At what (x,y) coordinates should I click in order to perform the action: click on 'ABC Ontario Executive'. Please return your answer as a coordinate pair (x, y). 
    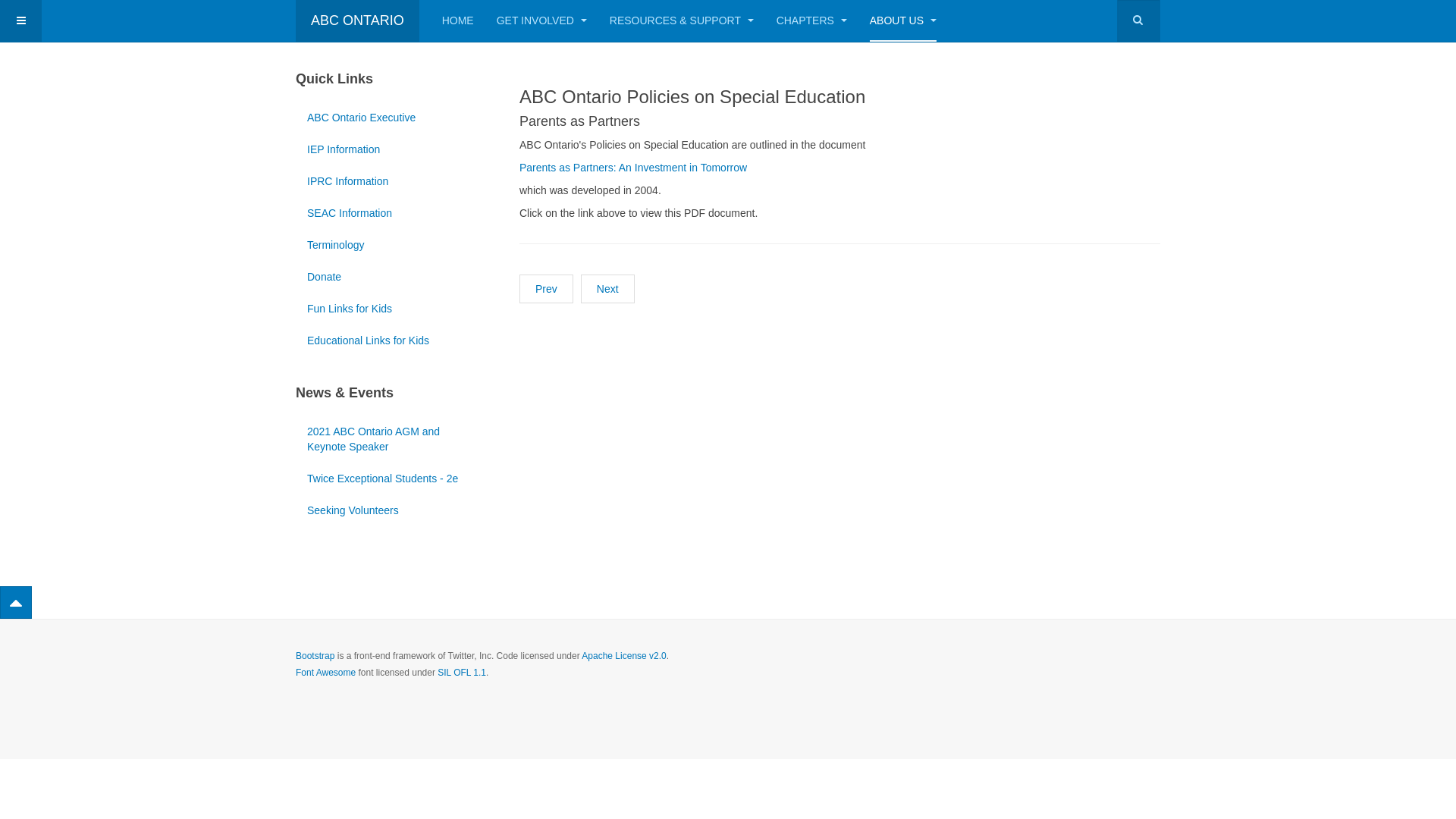
    Looking at the image, I should click on (295, 116).